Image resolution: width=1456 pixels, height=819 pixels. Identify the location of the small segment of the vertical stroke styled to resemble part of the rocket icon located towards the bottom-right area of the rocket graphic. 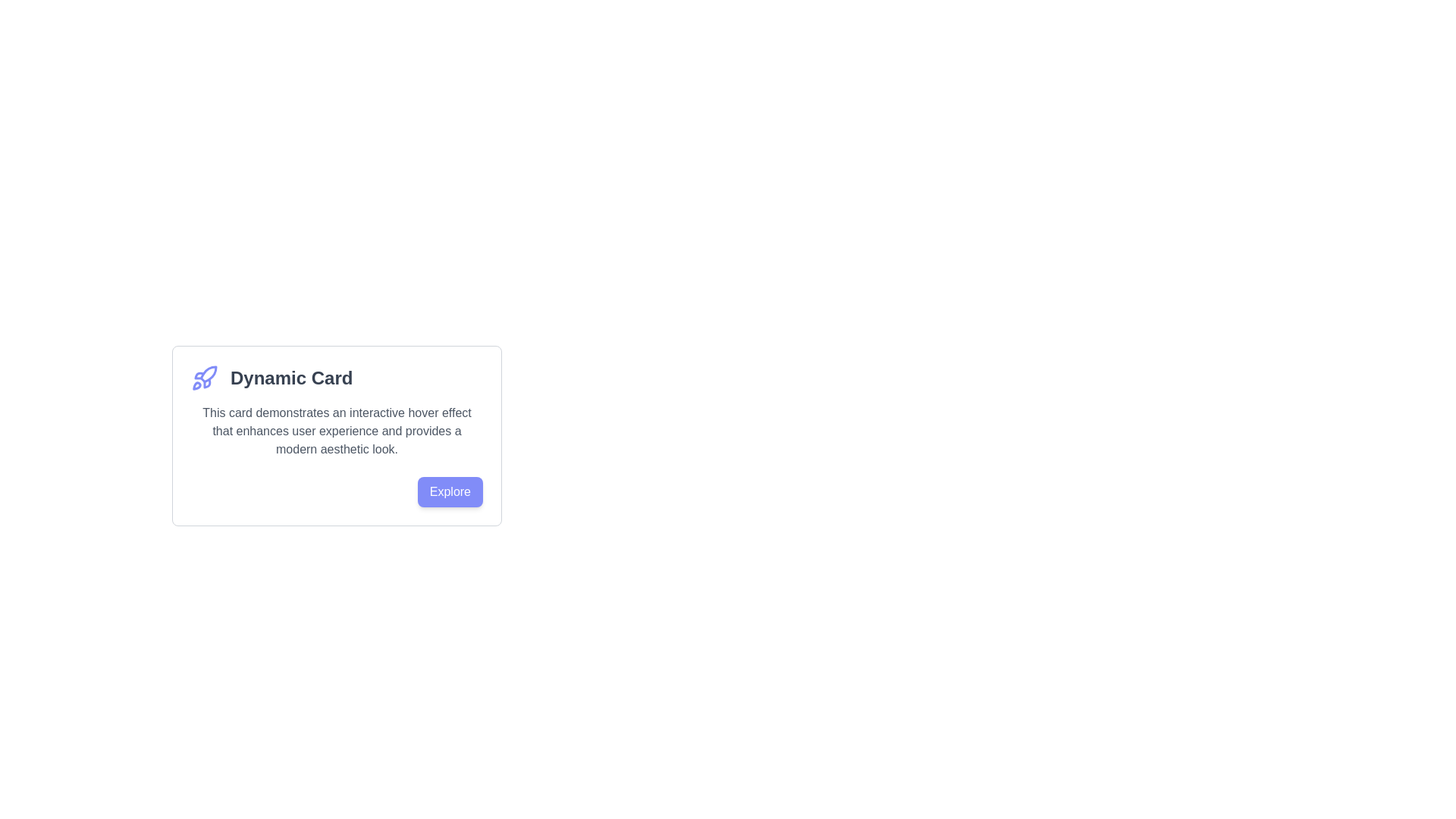
(206, 382).